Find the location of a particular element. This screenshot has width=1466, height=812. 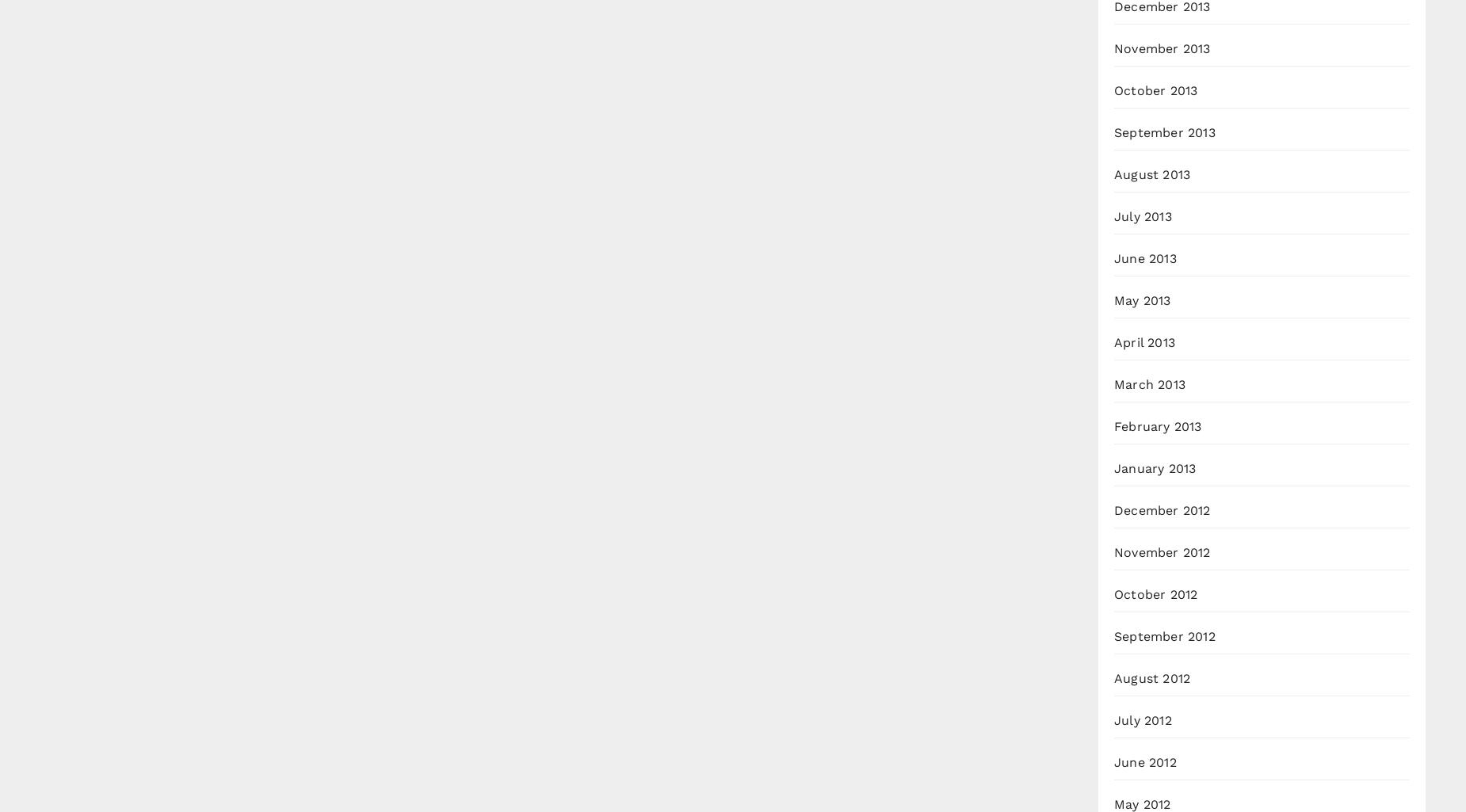

'September 2012' is located at coordinates (1164, 635).